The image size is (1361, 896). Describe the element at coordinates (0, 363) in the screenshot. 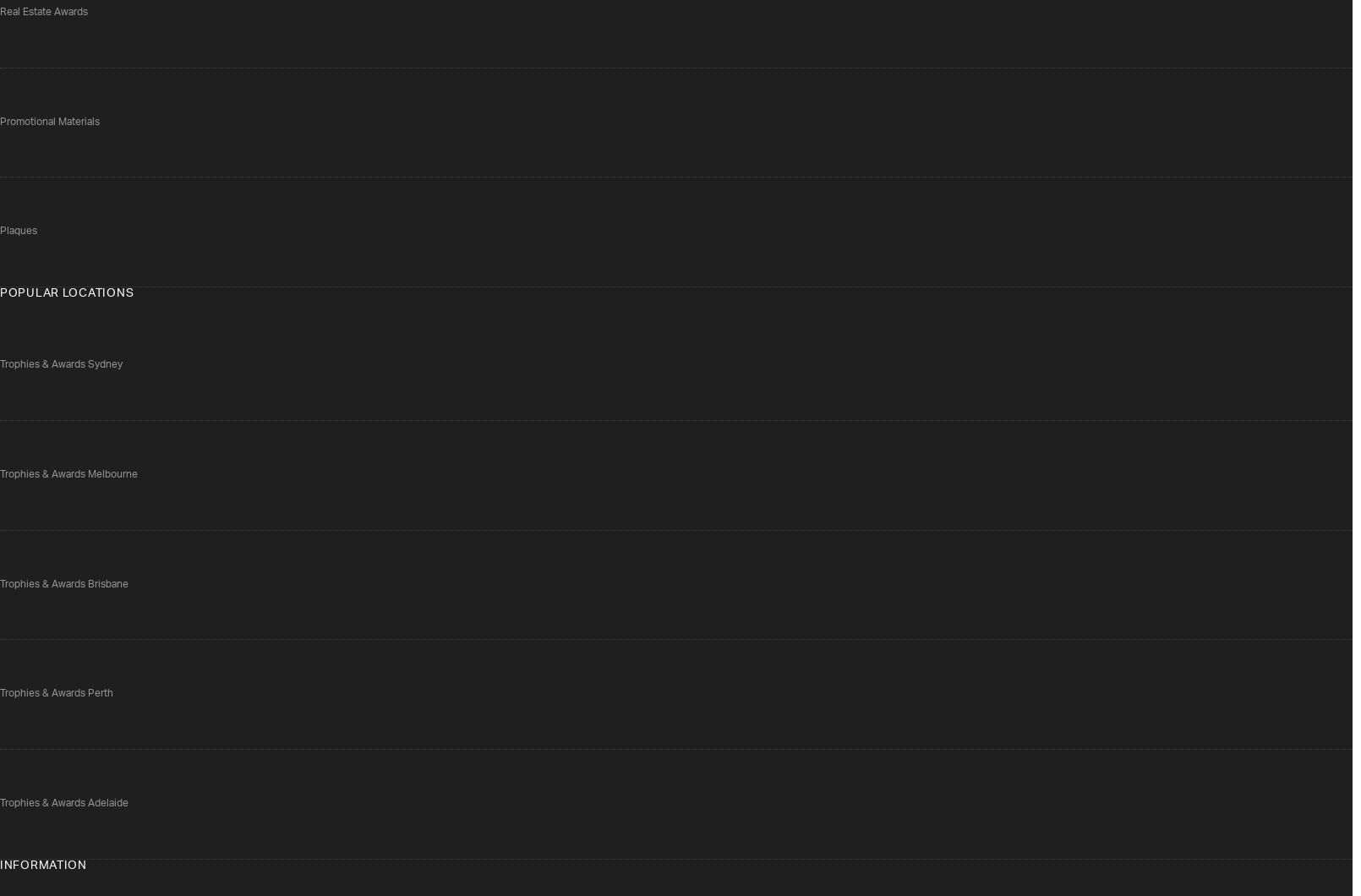

I see `'Trophies & Awards Sydney'` at that location.